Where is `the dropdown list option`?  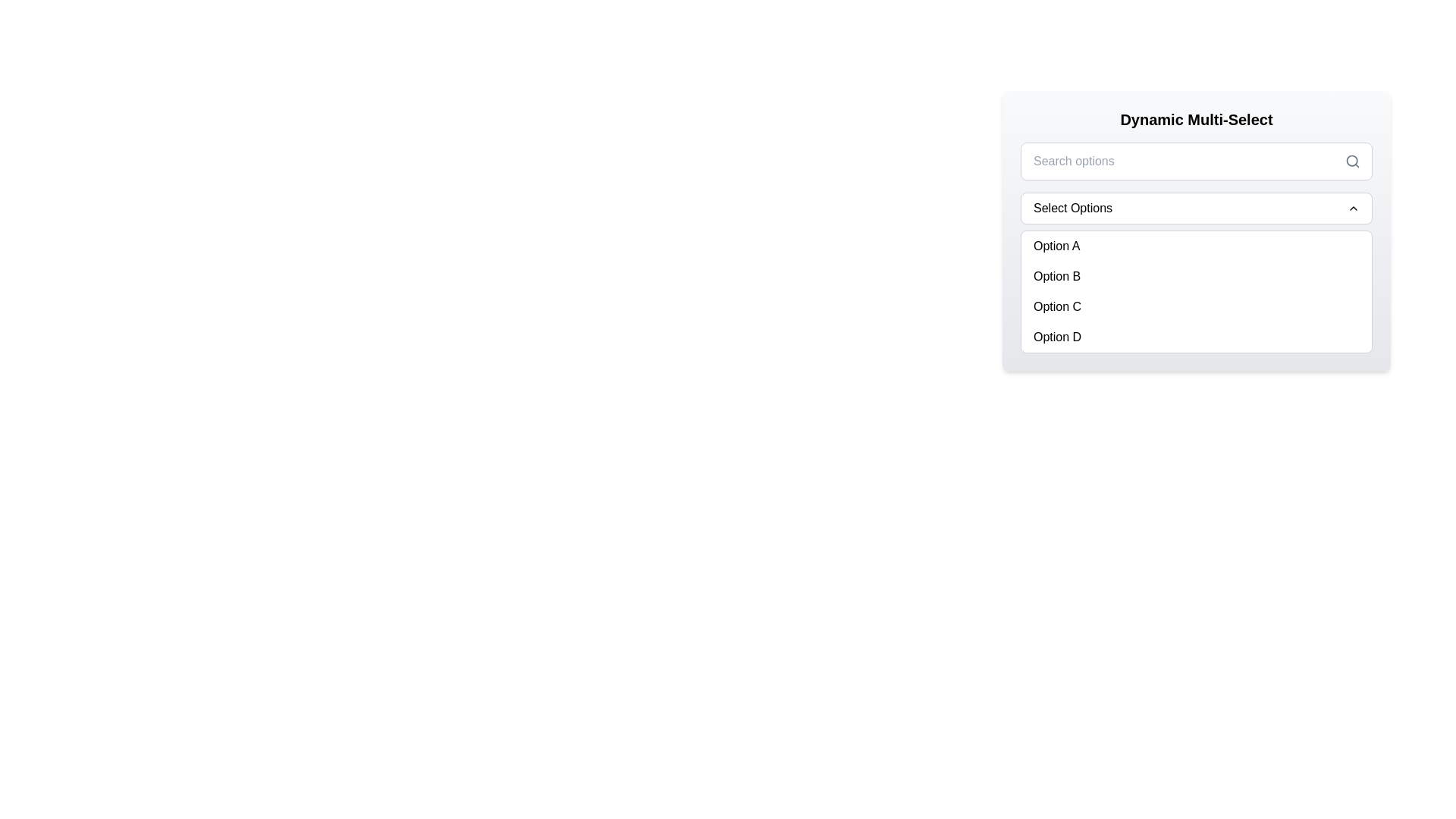
the dropdown list option is located at coordinates (1196, 231).